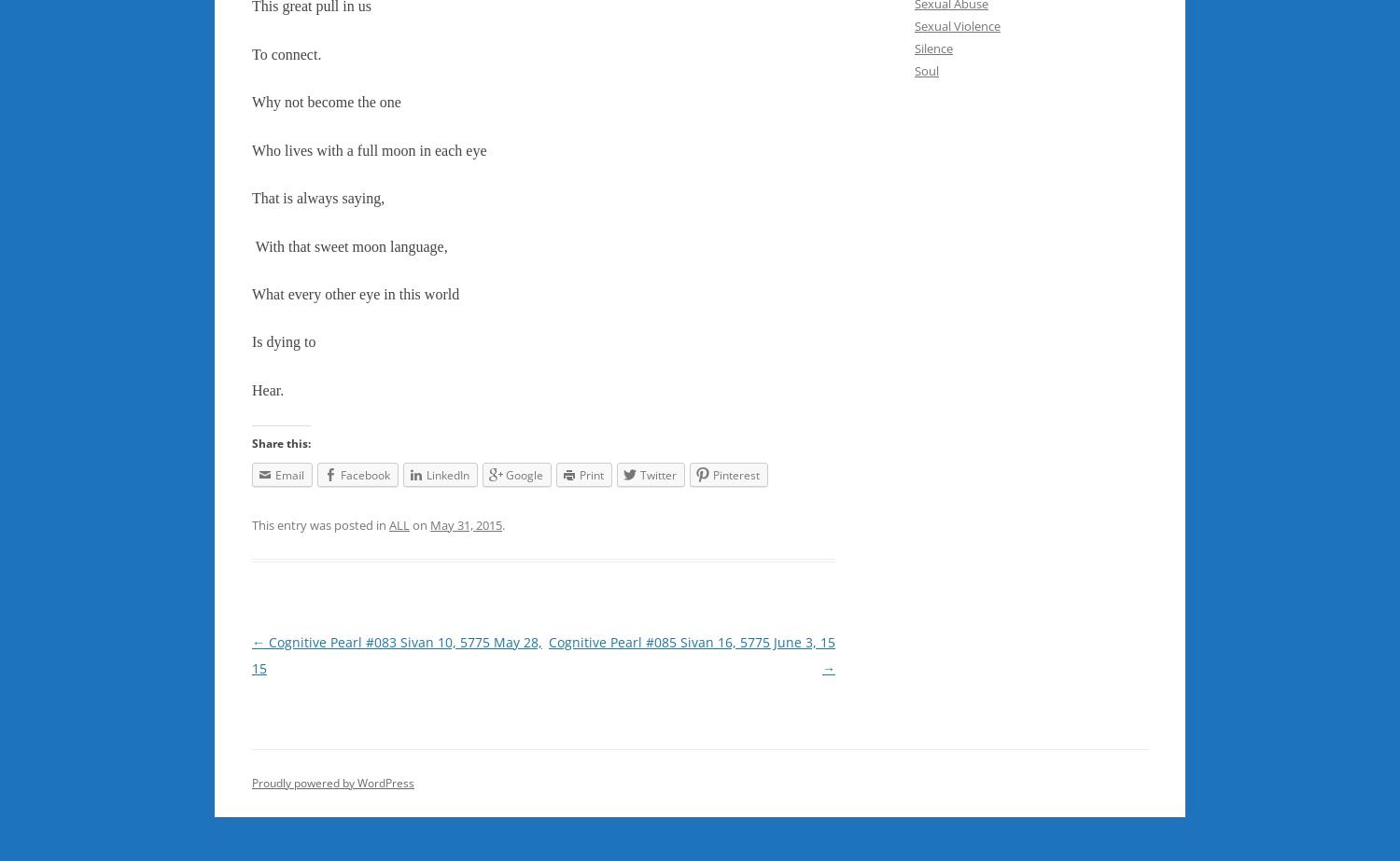 Image resolution: width=1400 pixels, height=861 pixels. Describe the element at coordinates (525, 473) in the screenshot. I see `'Google'` at that location.